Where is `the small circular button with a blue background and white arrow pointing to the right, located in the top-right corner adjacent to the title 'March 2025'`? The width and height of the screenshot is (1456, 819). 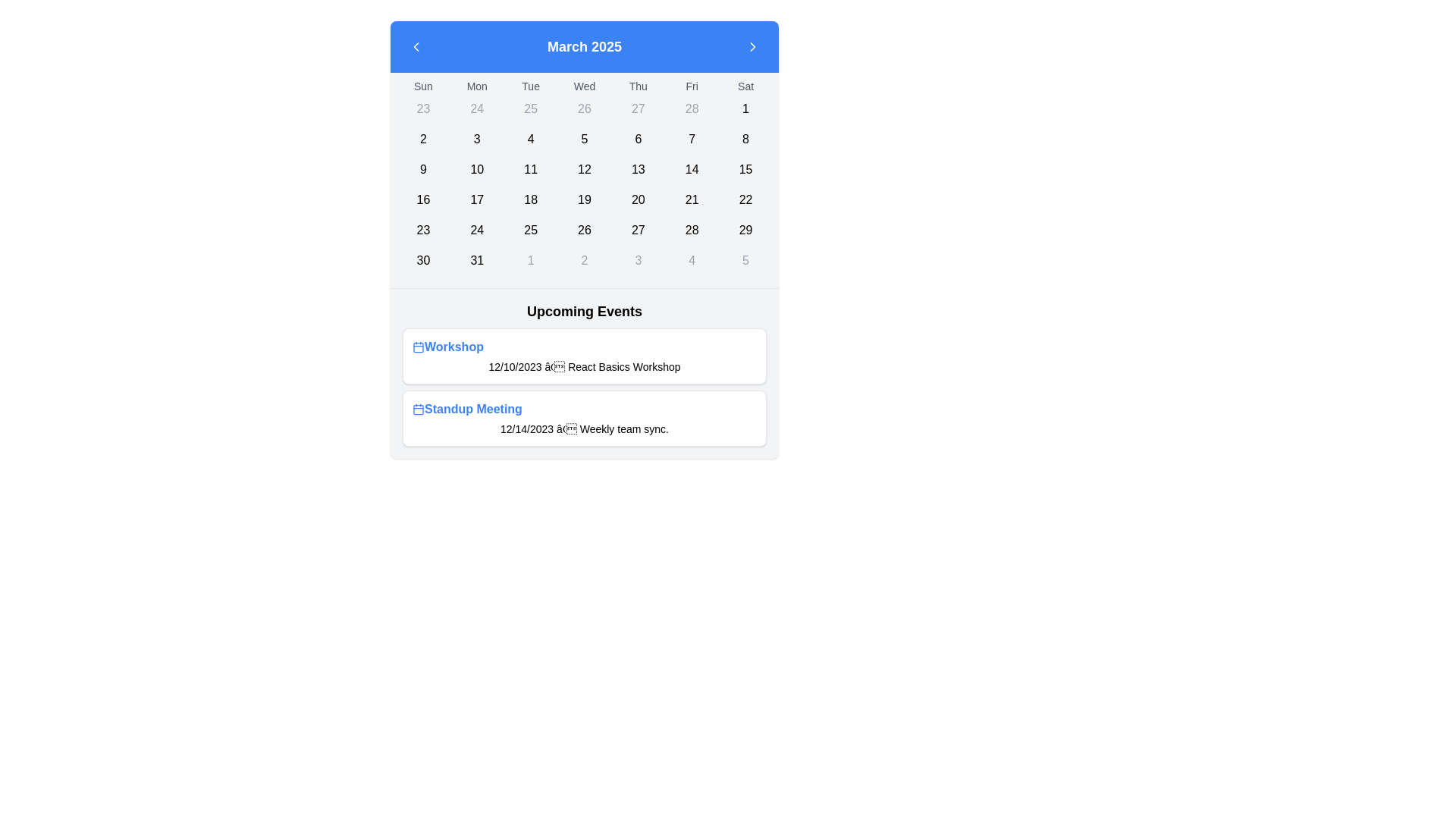 the small circular button with a blue background and white arrow pointing to the right, located in the top-right corner adjacent to the title 'March 2025' is located at coordinates (753, 45).